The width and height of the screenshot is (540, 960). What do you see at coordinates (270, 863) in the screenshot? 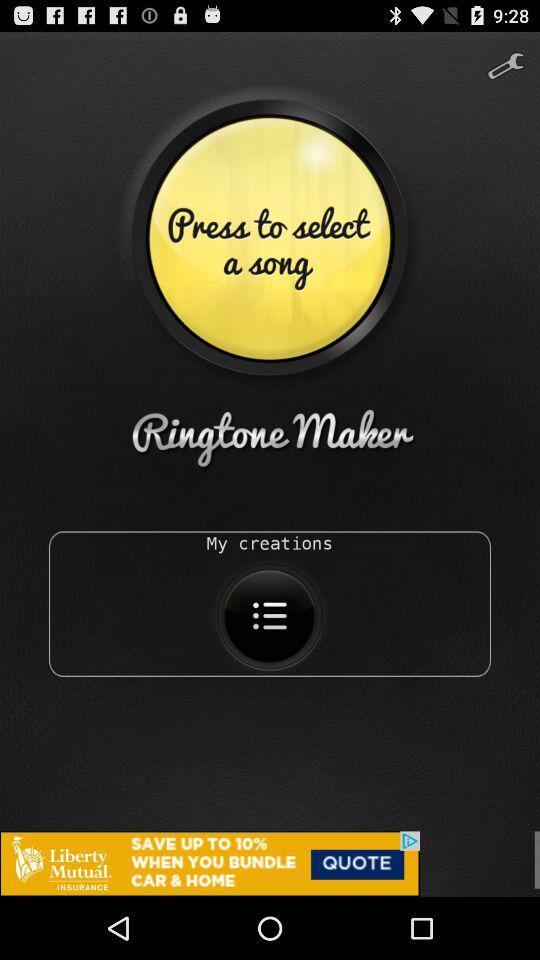
I see `option` at bounding box center [270, 863].